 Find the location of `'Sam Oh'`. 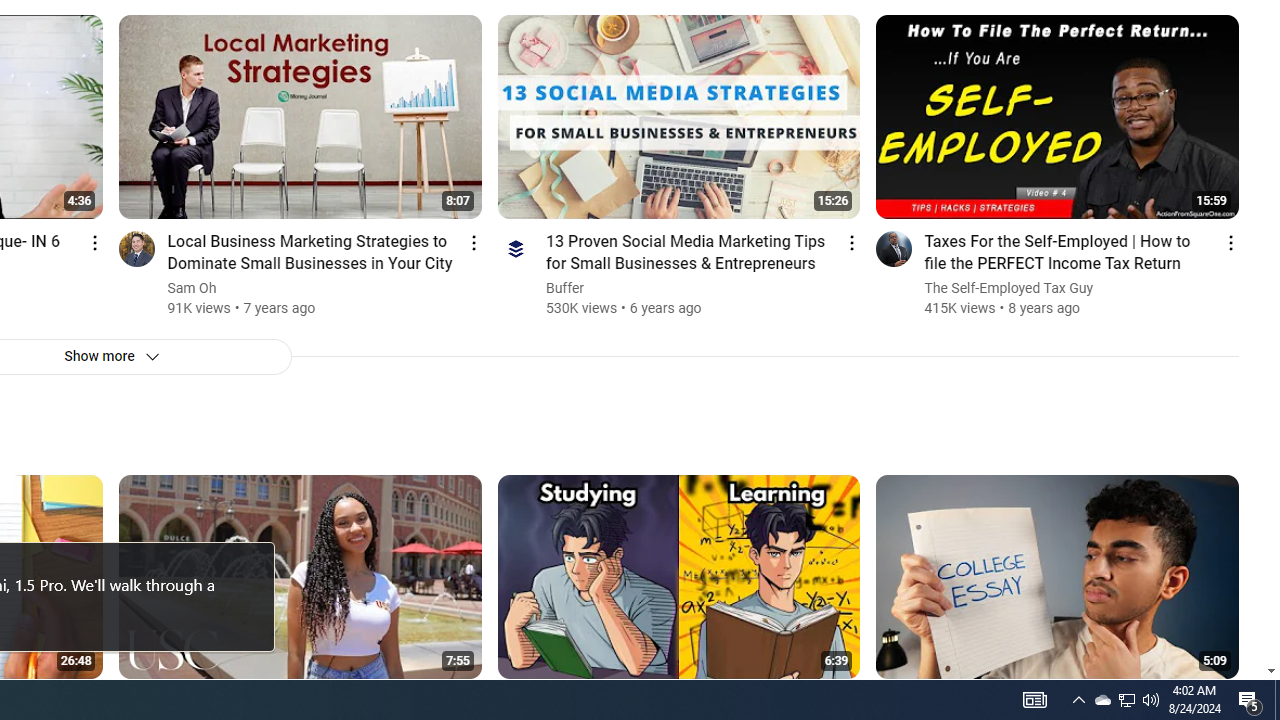

'Sam Oh' is located at coordinates (192, 288).